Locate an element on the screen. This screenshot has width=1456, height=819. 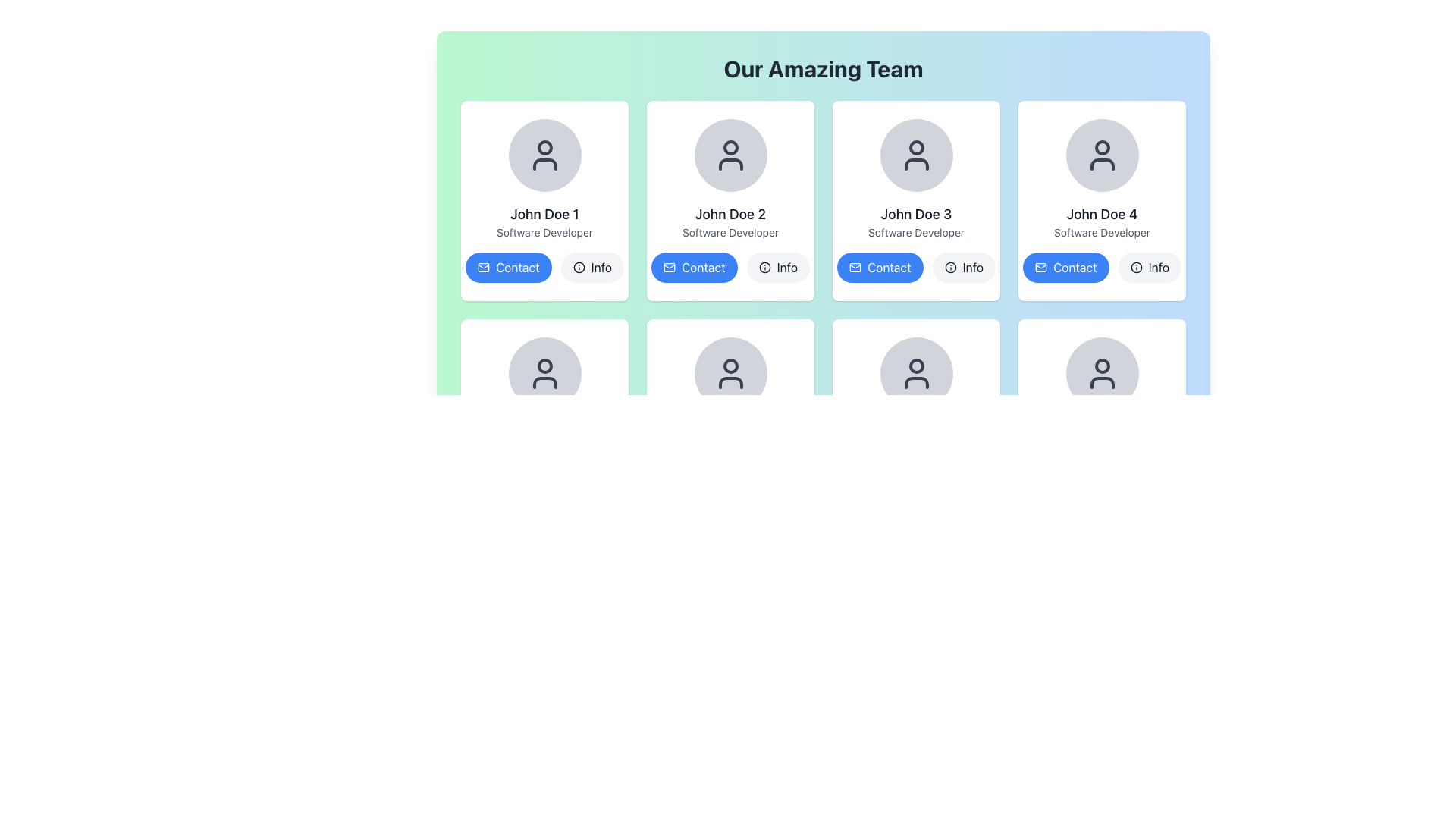
the circular icon with a prominent border located within the 'Info' button of the second profile card in the first row is located at coordinates (764, 267).